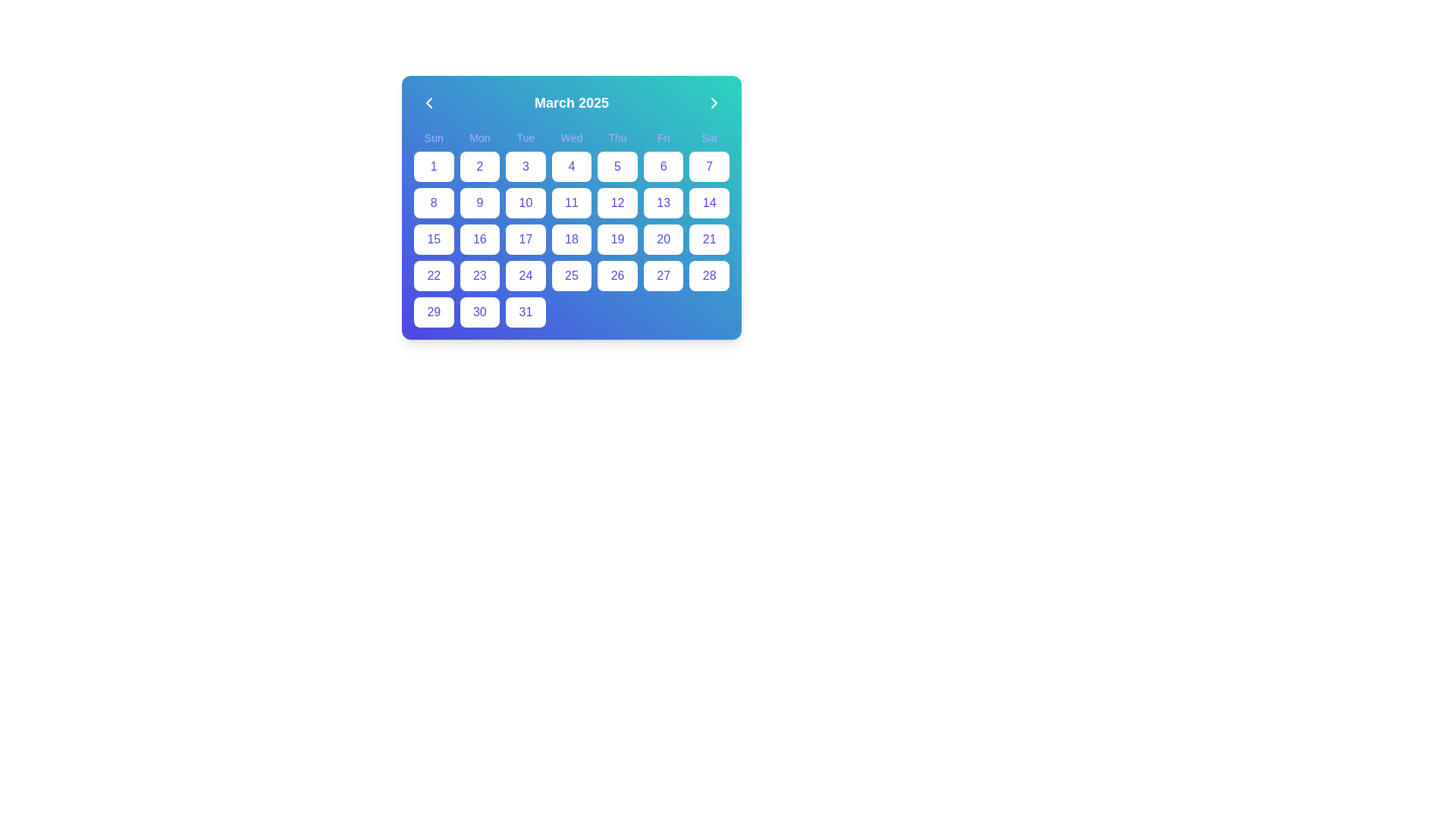 The height and width of the screenshot is (819, 1456). I want to click on the label displaying 'Thu' in indigo typography, which is the fifth item in the row of weekday names in the calendar interface, so click(617, 137).